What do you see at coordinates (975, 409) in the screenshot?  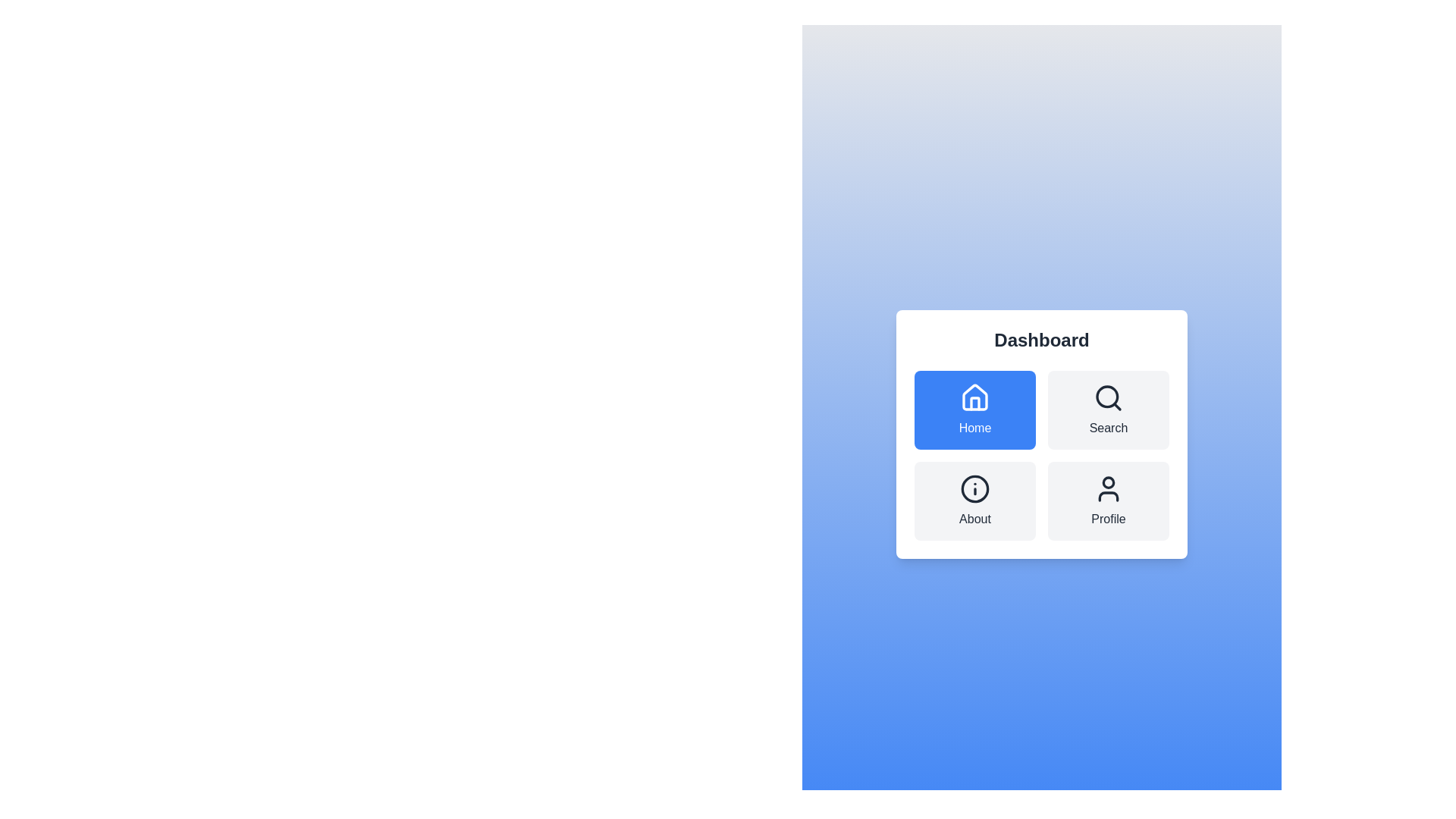 I see `the 'Home' button, which is a rectangular button with a blue background, rounded corners, and a white house icon above the text 'Home'` at bounding box center [975, 409].